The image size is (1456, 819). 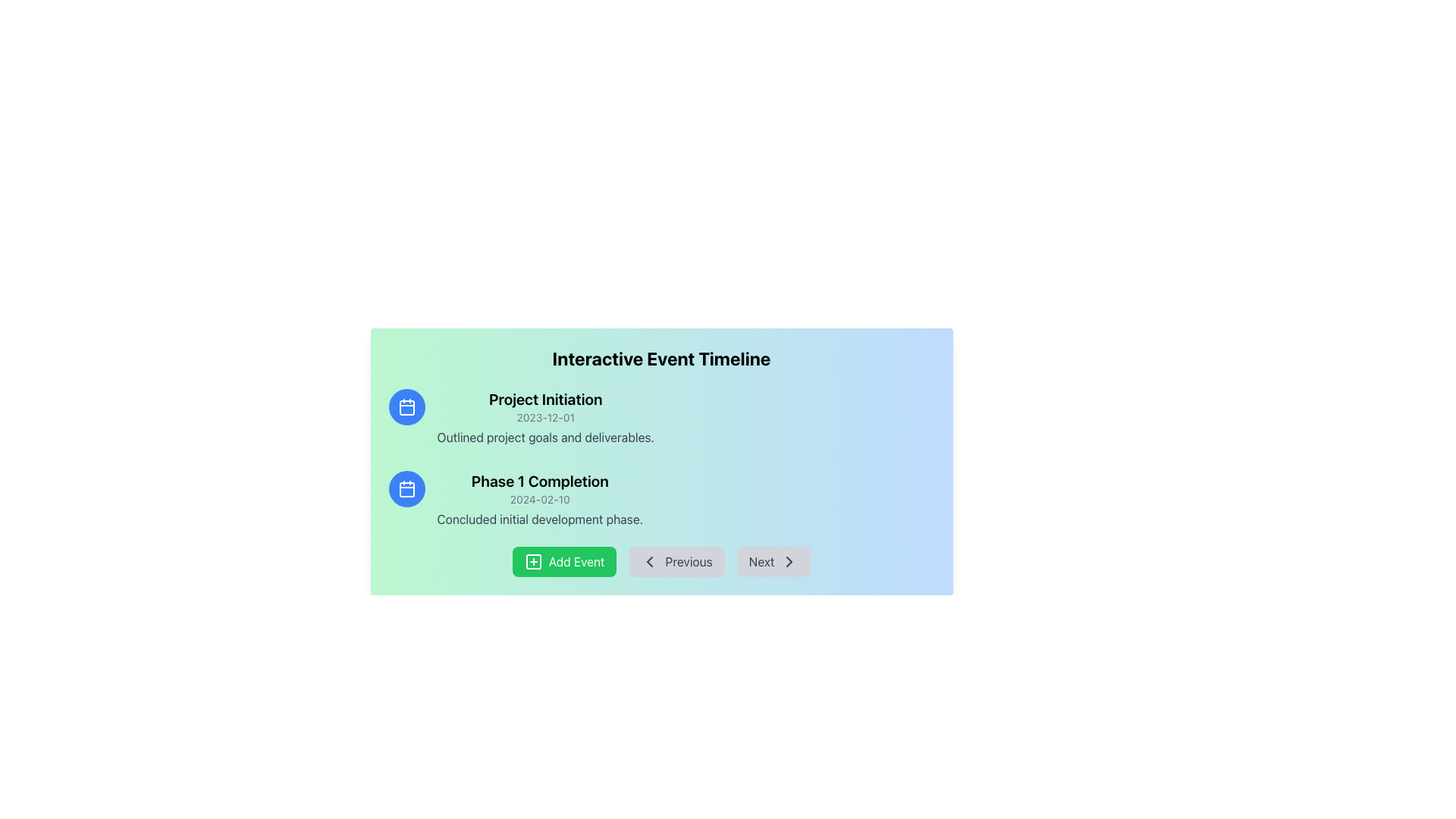 What do you see at coordinates (406, 489) in the screenshot?
I see `the main body of the calendar icon represented by the SVG rectangle within the SVG group` at bounding box center [406, 489].